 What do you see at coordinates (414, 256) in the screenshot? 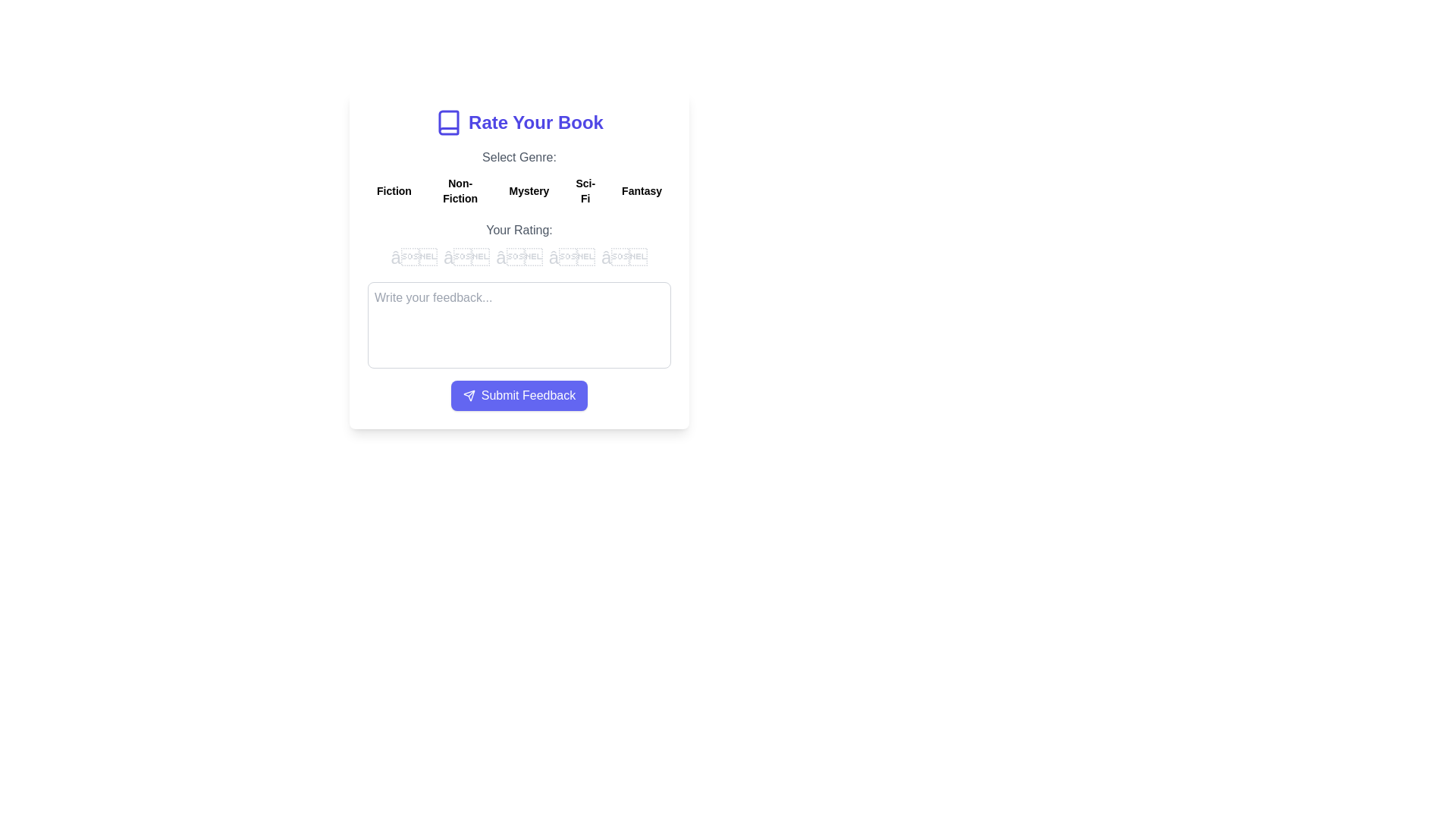
I see `the first star icon in the rating system` at bounding box center [414, 256].